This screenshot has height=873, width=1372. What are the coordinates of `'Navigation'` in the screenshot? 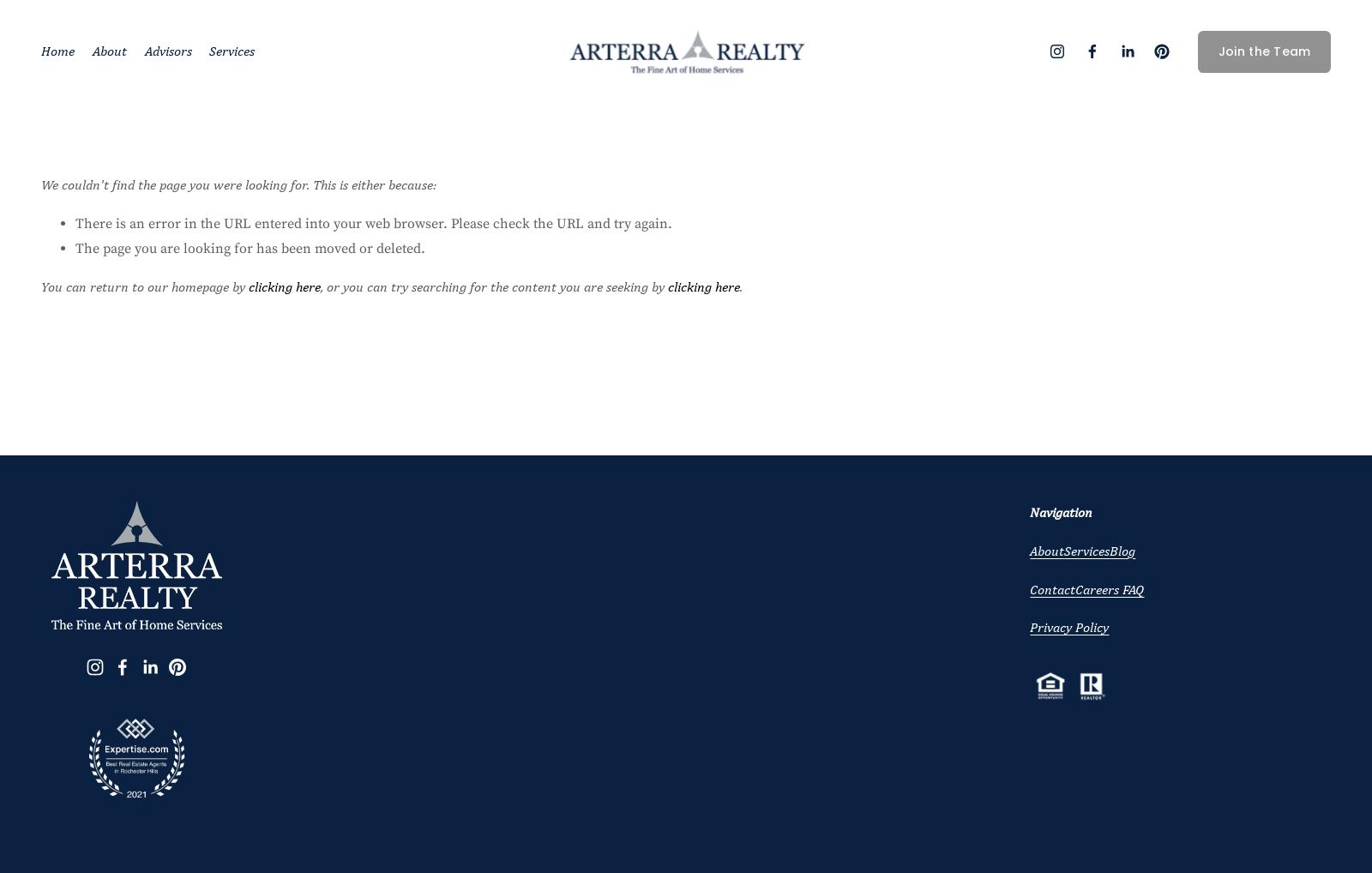 It's located at (1060, 511).